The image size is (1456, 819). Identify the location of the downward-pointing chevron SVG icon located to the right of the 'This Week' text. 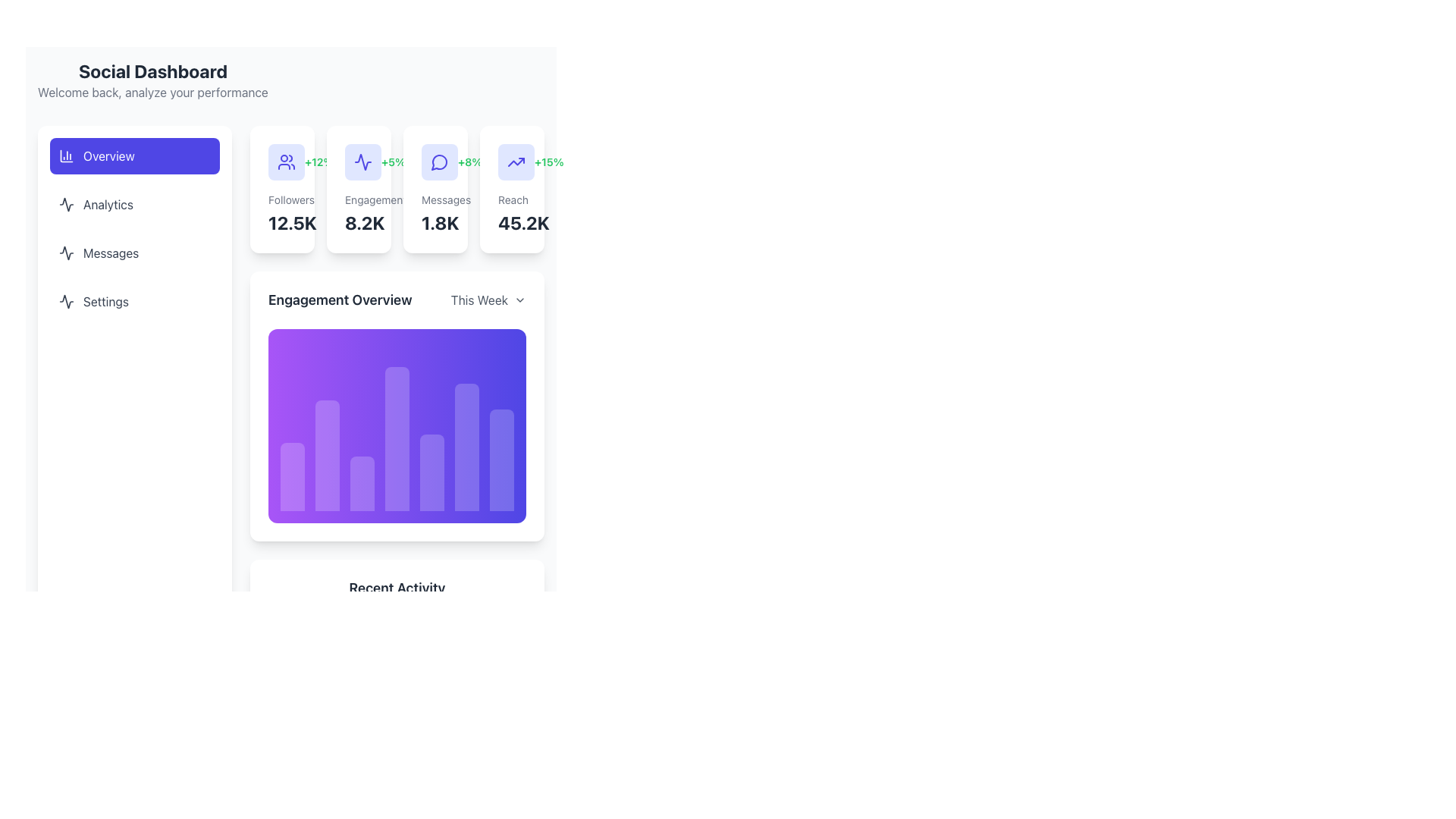
(520, 300).